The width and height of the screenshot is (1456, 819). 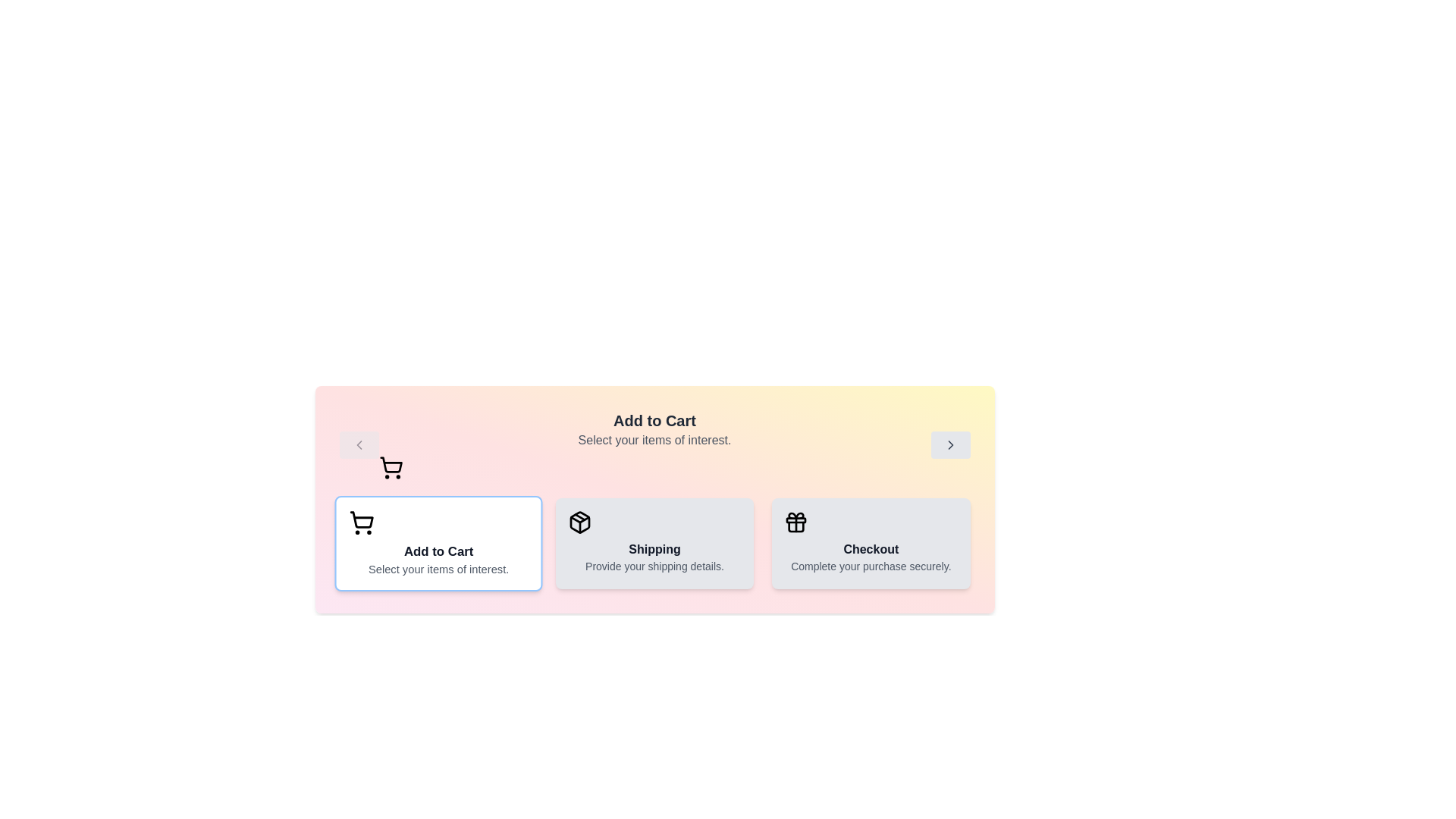 What do you see at coordinates (949, 444) in the screenshot?
I see `the rightward arrow icon embedded within the square button in the top-right area of the interface` at bounding box center [949, 444].